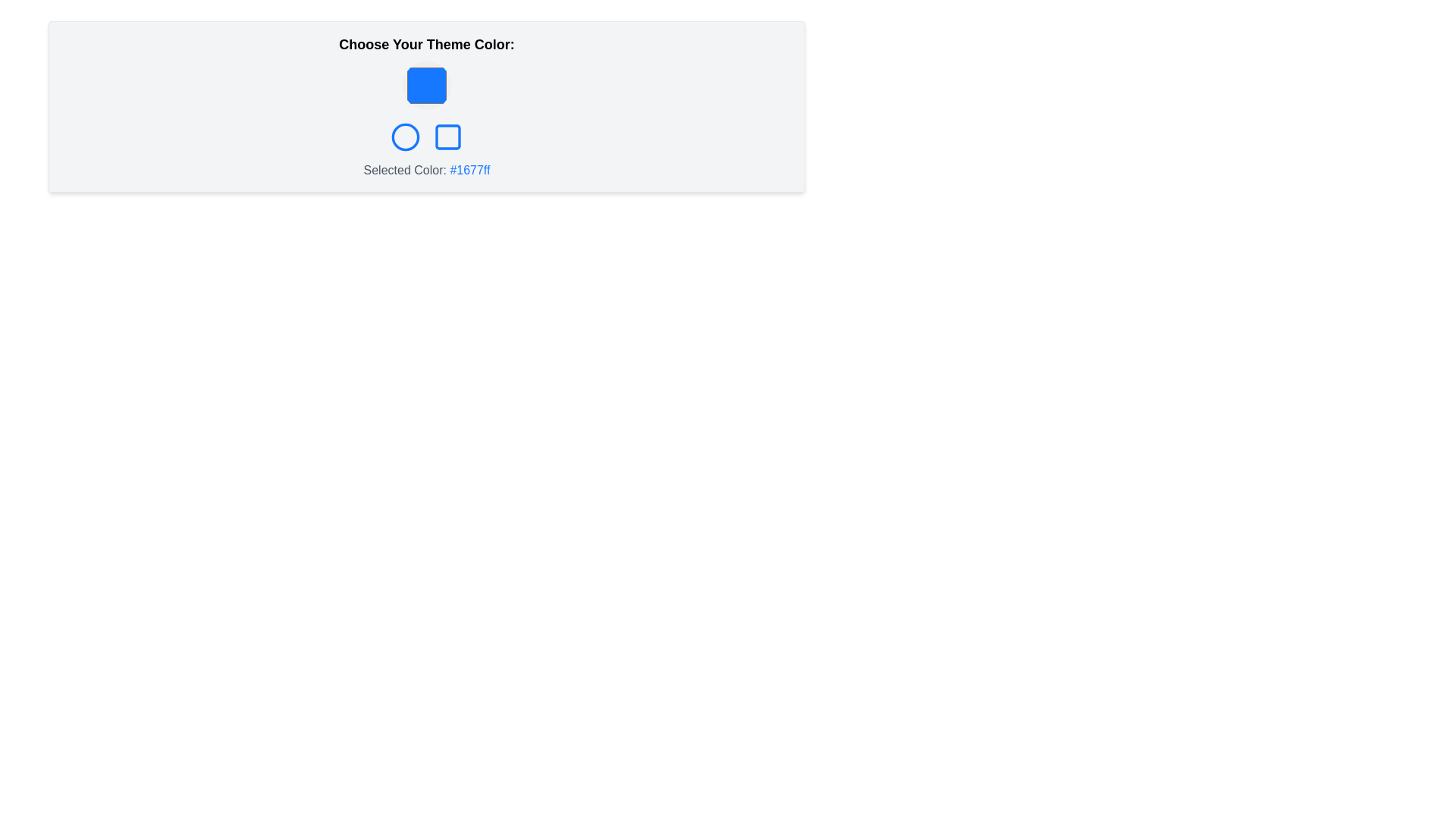 The height and width of the screenshot is (819, 1456). I want to click on the interactive color picker representing the color '#1677ff' located centrally within the 'Choose Your Theme Color:' section, so click(425, 85).